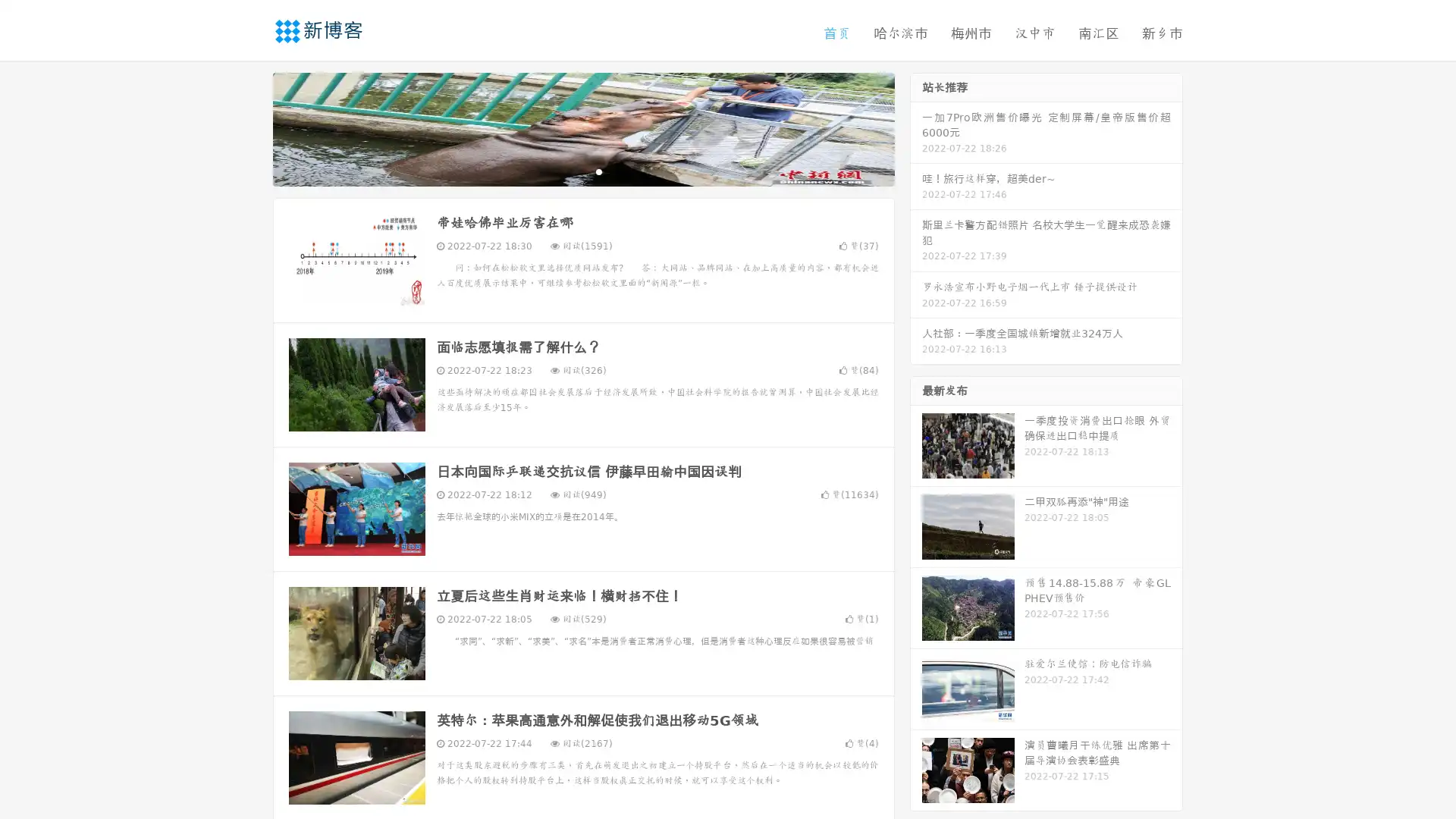 Image resolution: width=1456 pixels, height=819 pixels. What do you see at coordinates (582, 171) in the screenshot?
I see `Go to slide 2` at bounding box center [582, 171].